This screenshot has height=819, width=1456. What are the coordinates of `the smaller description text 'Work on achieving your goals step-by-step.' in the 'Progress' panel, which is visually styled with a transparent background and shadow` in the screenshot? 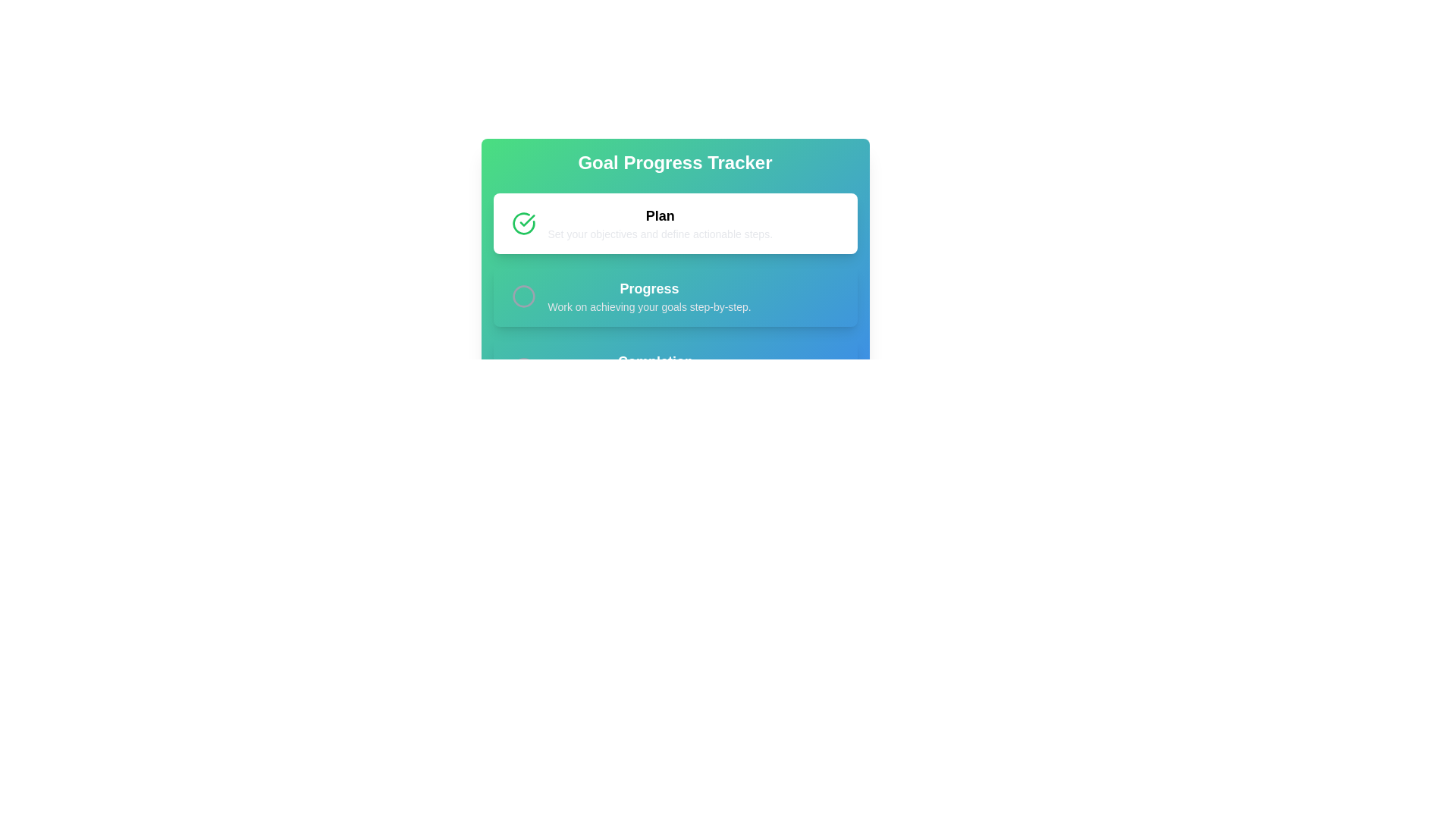 It's located at (674, 296).